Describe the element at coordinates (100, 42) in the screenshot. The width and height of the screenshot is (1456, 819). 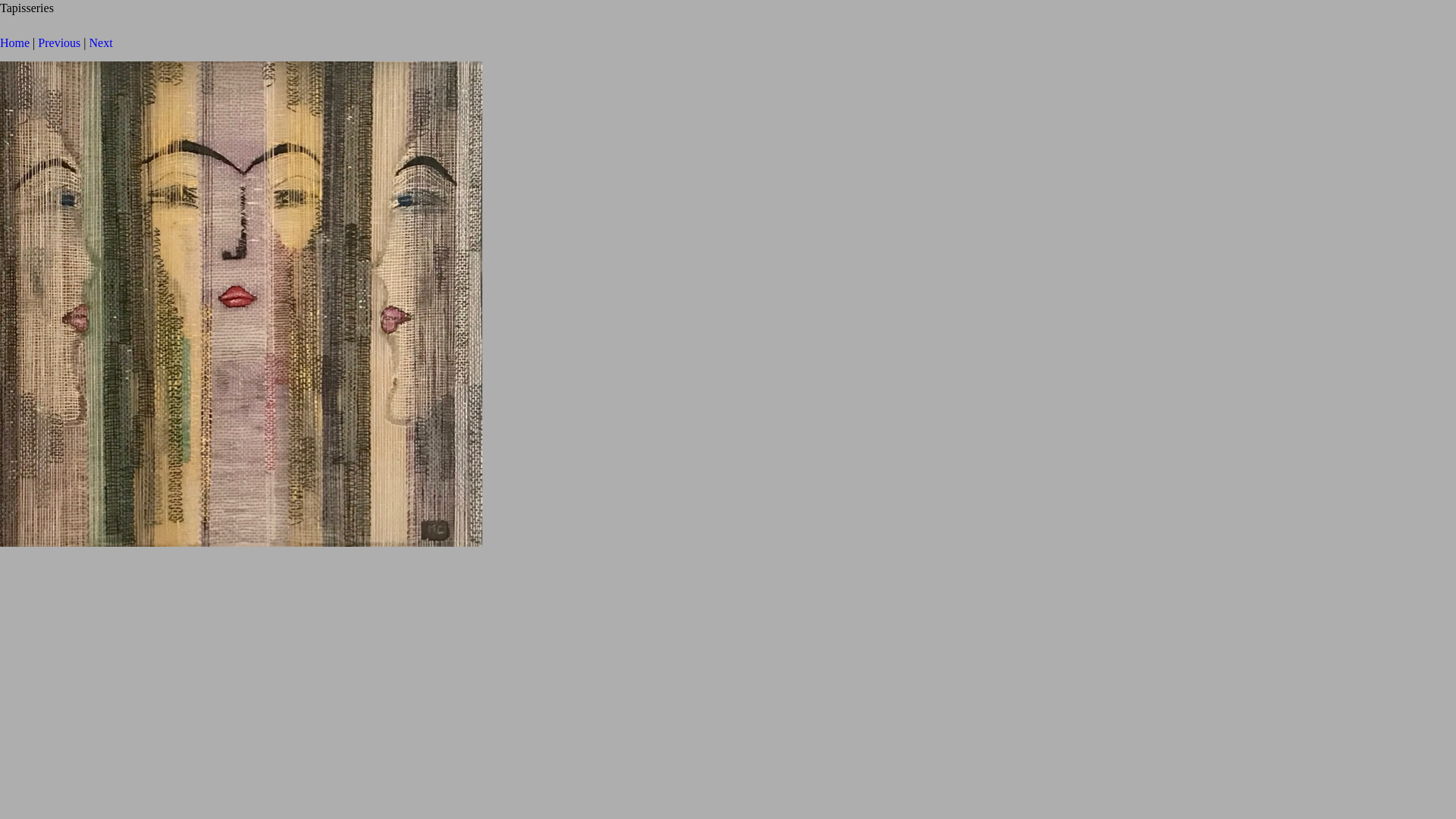
I see `'Next'` at that location.